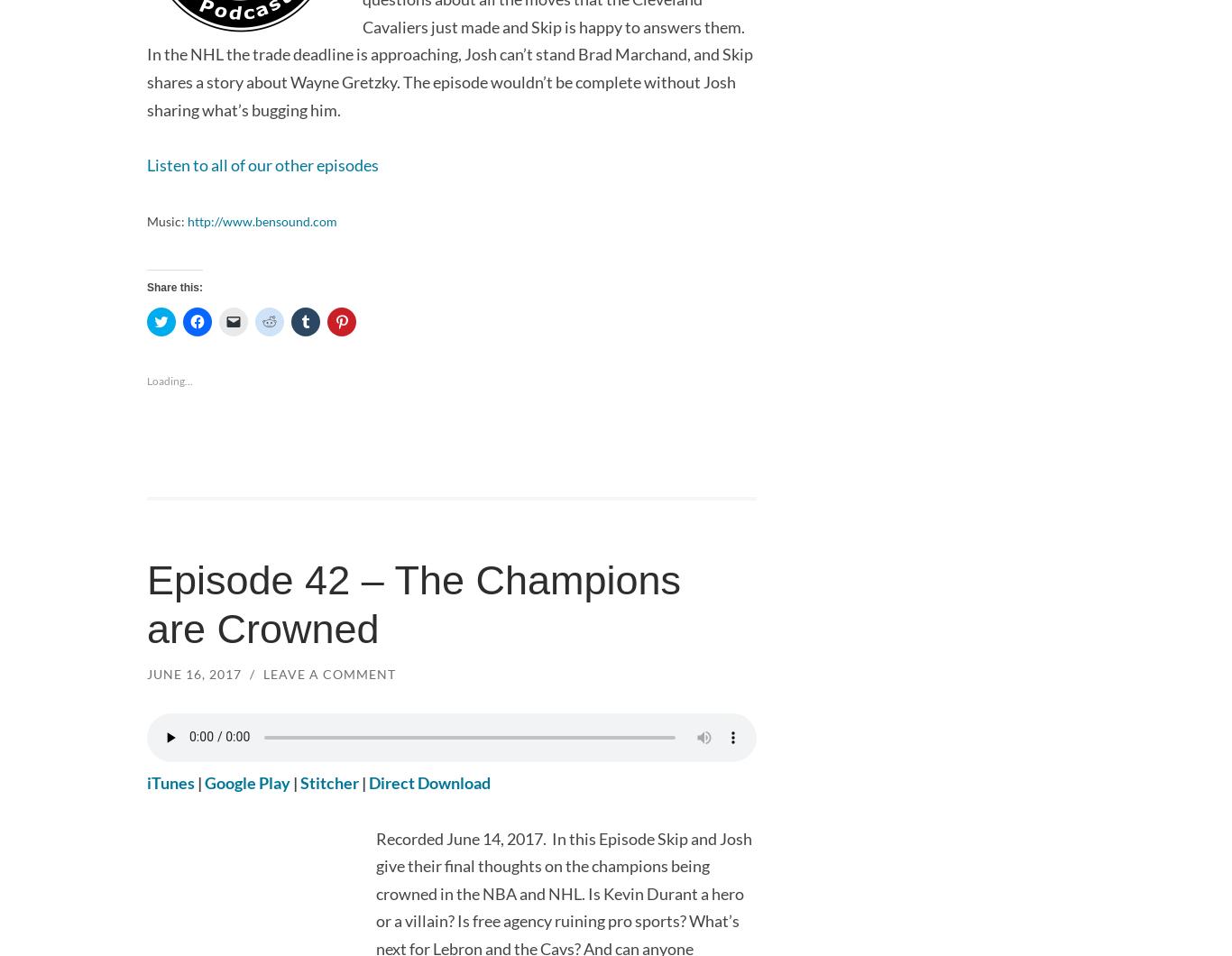 The height and width of the screenshot is (956, 1232). What do you see at coordinates (170, 783) in the screenshot?
I see `'iTunes'` at bounding box center [170, 783].